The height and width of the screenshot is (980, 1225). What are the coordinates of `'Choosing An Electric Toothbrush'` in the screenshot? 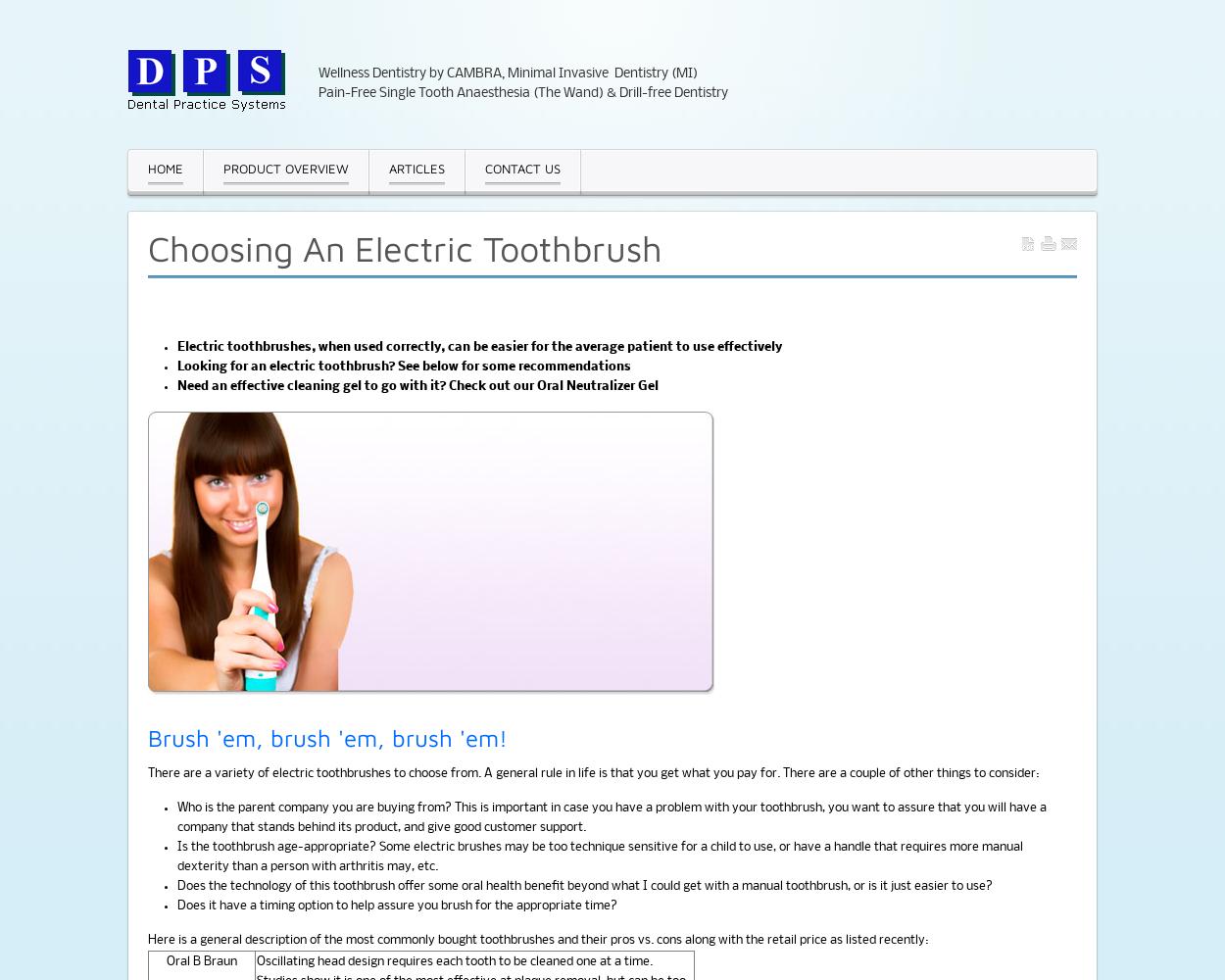 It's located at (405, 248).